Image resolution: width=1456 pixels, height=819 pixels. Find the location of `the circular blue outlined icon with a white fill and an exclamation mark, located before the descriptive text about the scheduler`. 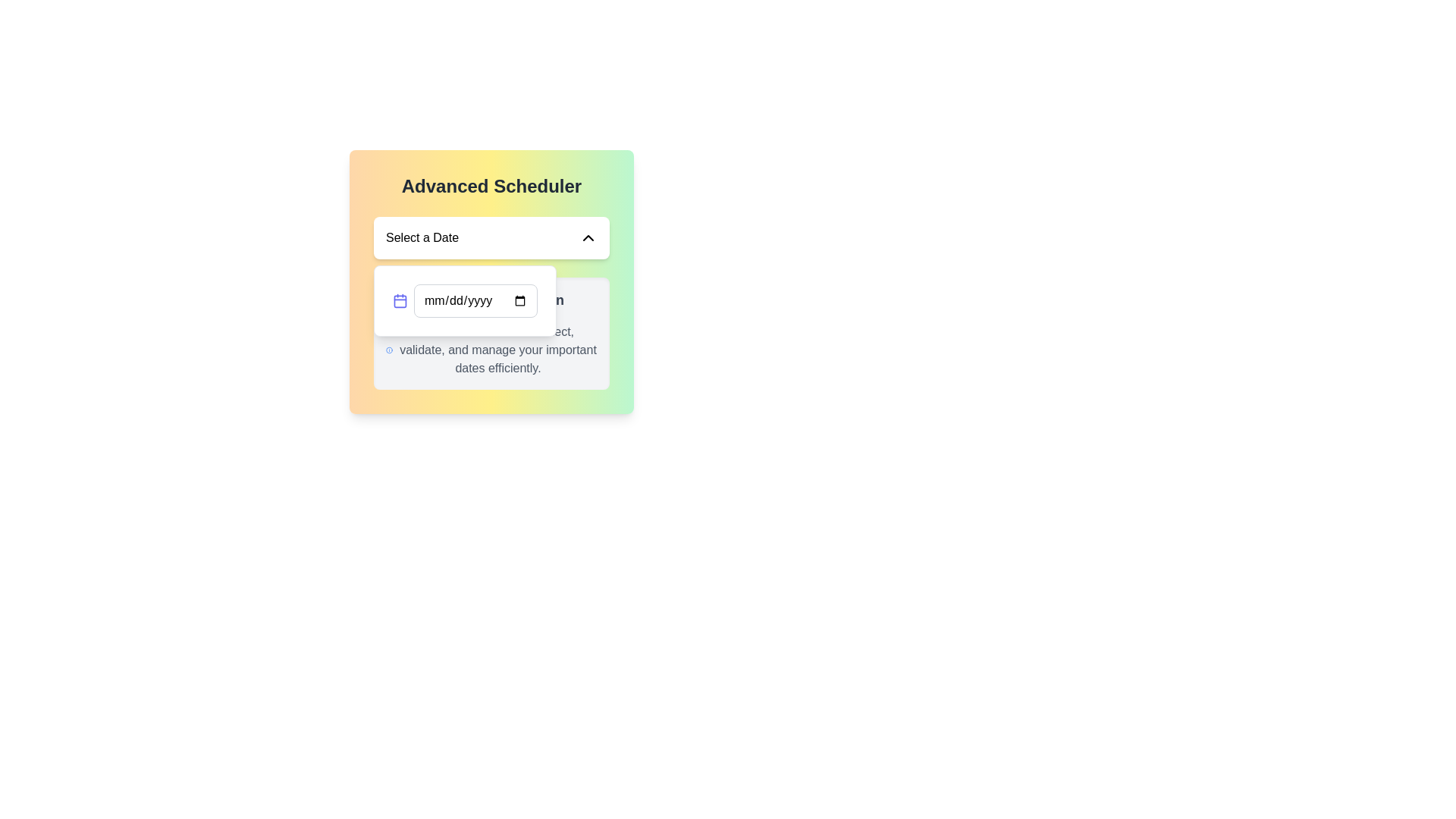

the circular blue outlined icon with a white fill and an exclamation mark, located before the descriptive text about the scheduler is located at coordinates (389, 350).